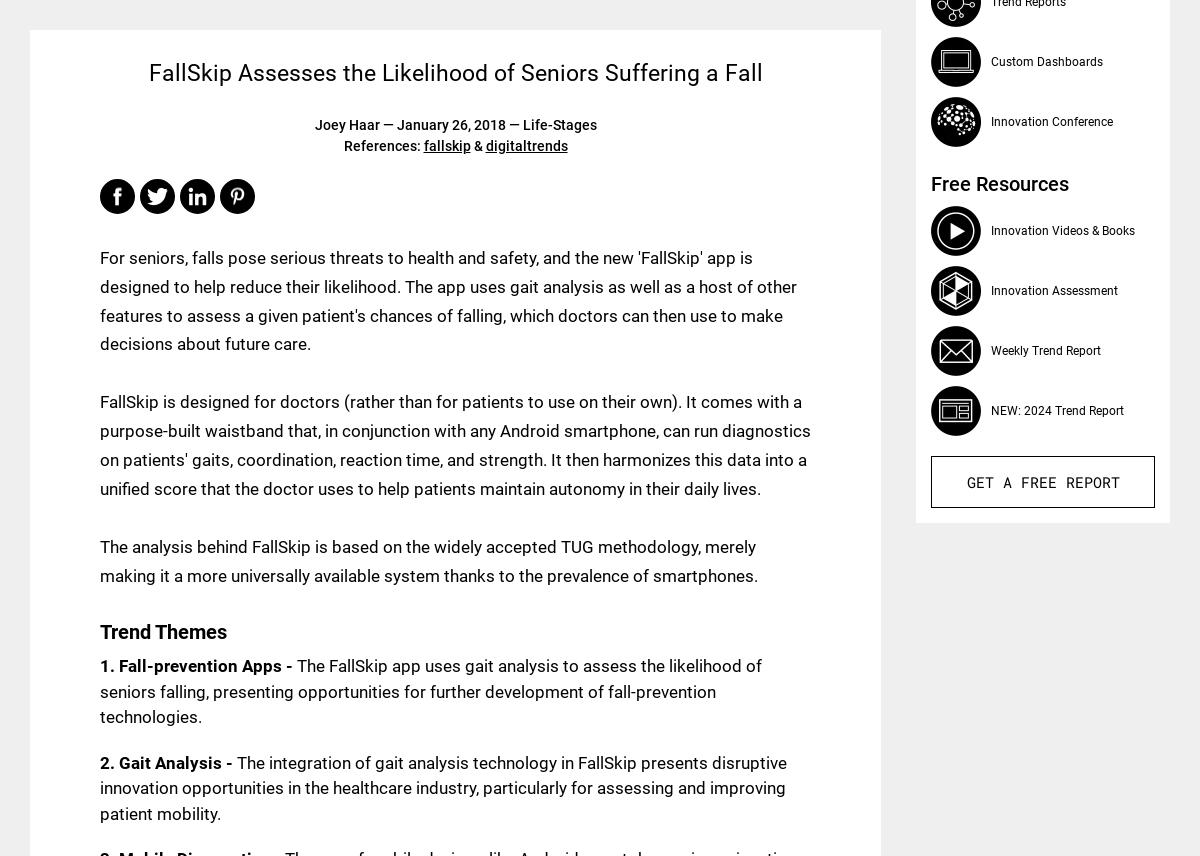 This screenshot has height=856, width=1200. What do you see at coordinates (1086, 481) in the screenshot?
I see `'Report'` at bounding box center [1086, 481].